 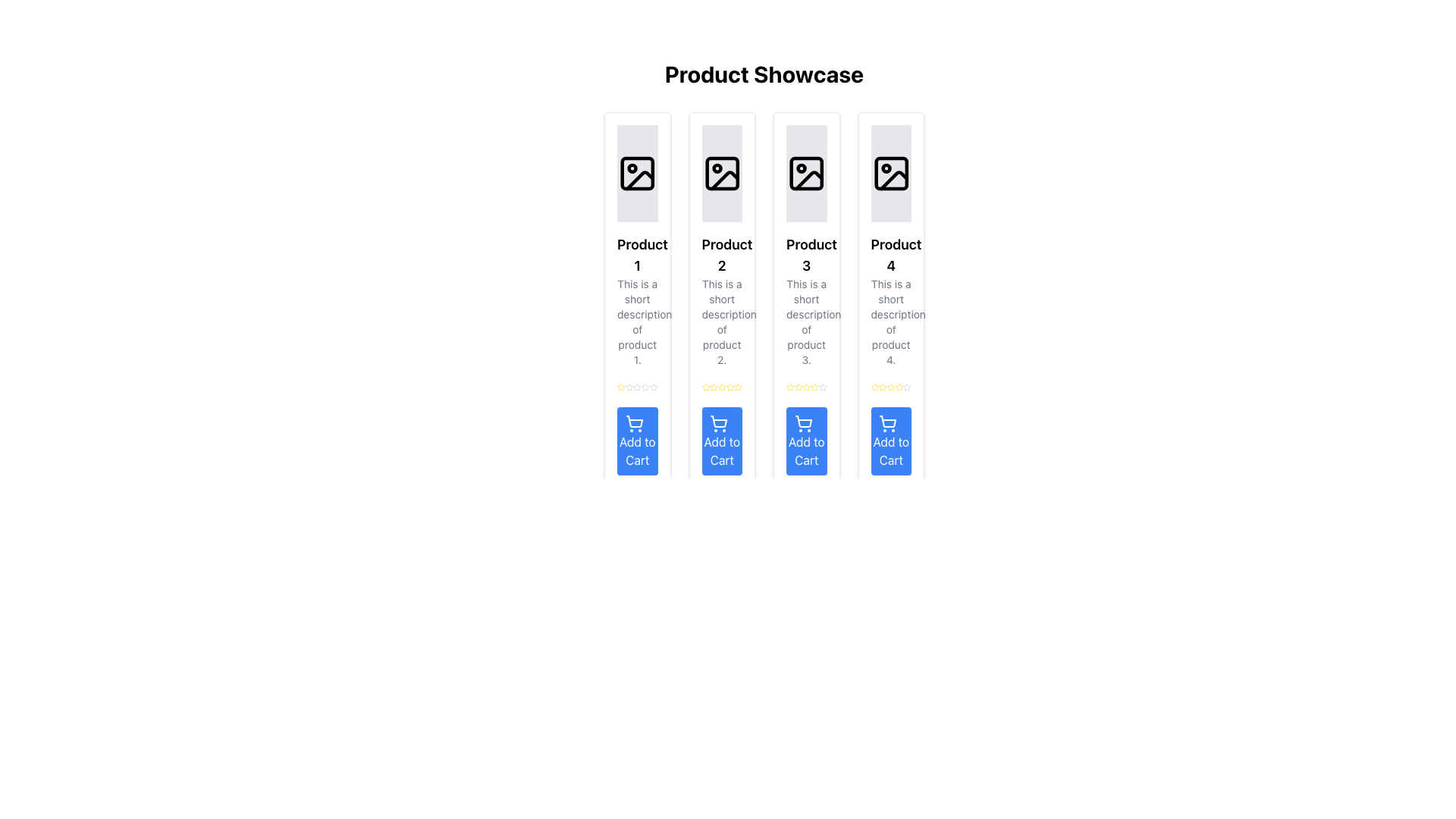 I want to click on the fifth rating star under 'Product 4', so click(x=899, y=386).